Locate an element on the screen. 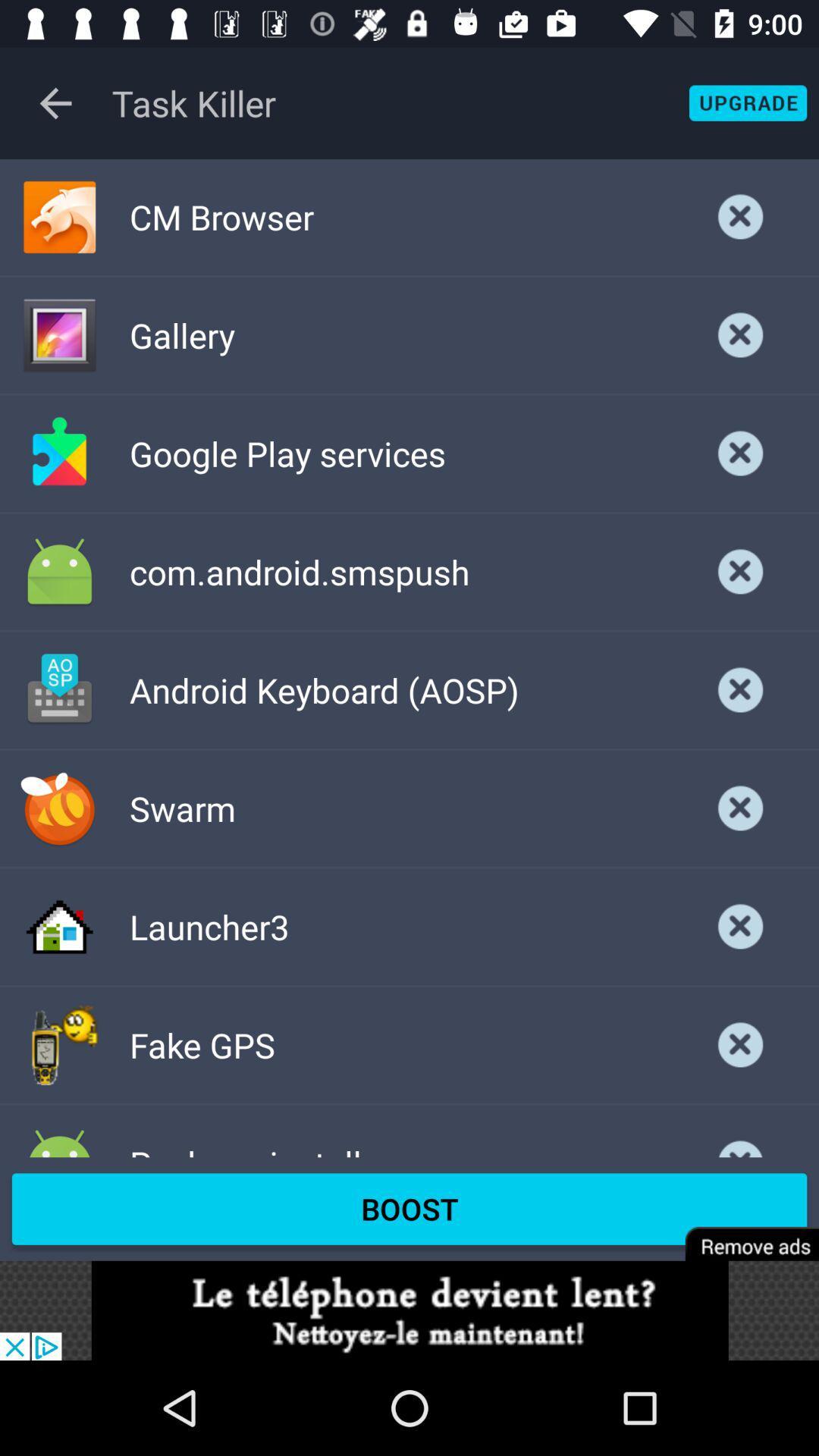  delete the program is located at coordinates (740, 808).